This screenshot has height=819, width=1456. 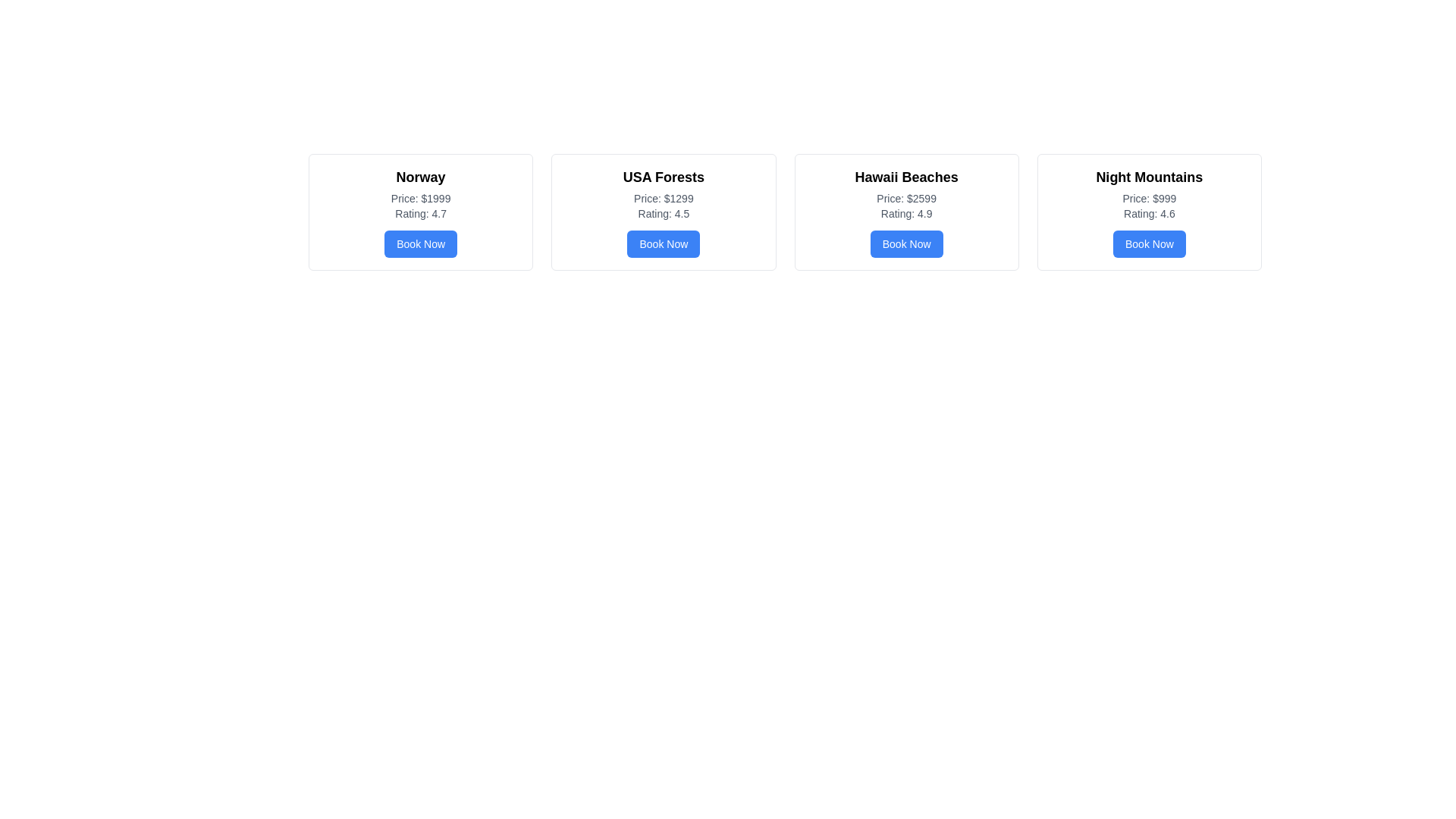 I want to click on the average rating text for the trip package, so click(x=421, y=213).